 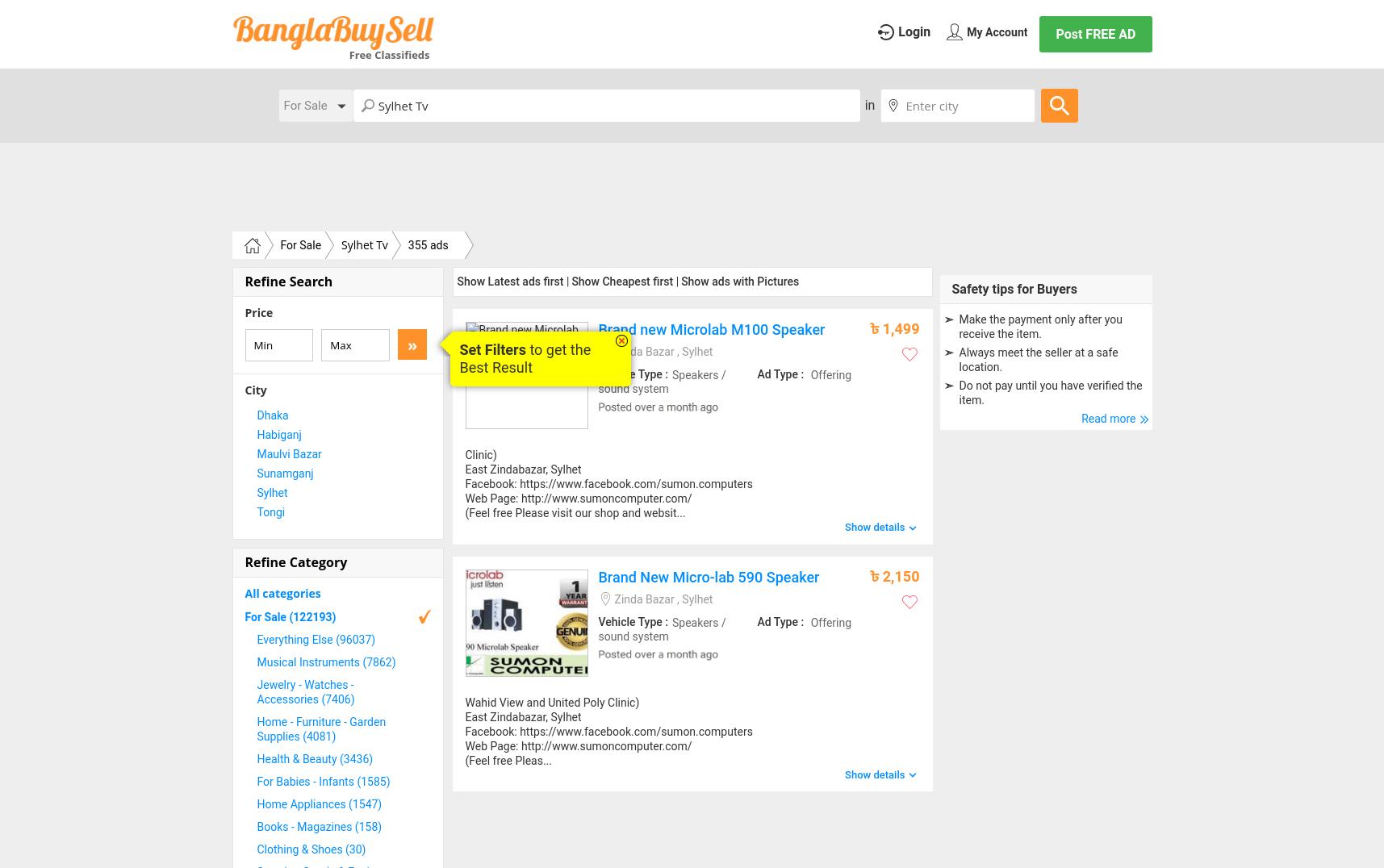 What do you see at coordinates (362, 661) in the screenshot?
I see `'(7862)'` at bounding box center [362, 661].